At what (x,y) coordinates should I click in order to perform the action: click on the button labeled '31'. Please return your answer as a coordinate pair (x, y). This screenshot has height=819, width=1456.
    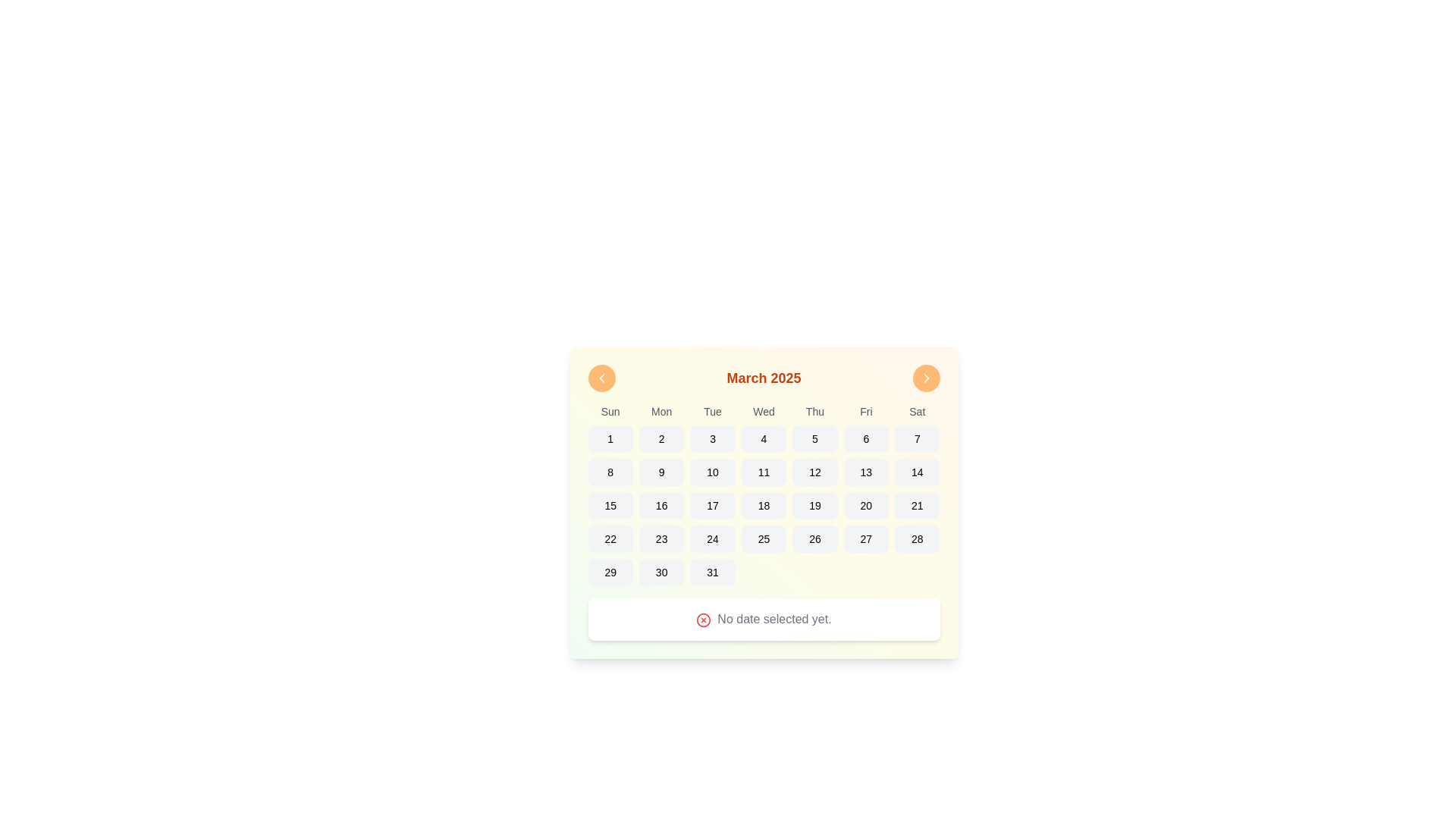
    Looking at the image, I should click on (712, 573).